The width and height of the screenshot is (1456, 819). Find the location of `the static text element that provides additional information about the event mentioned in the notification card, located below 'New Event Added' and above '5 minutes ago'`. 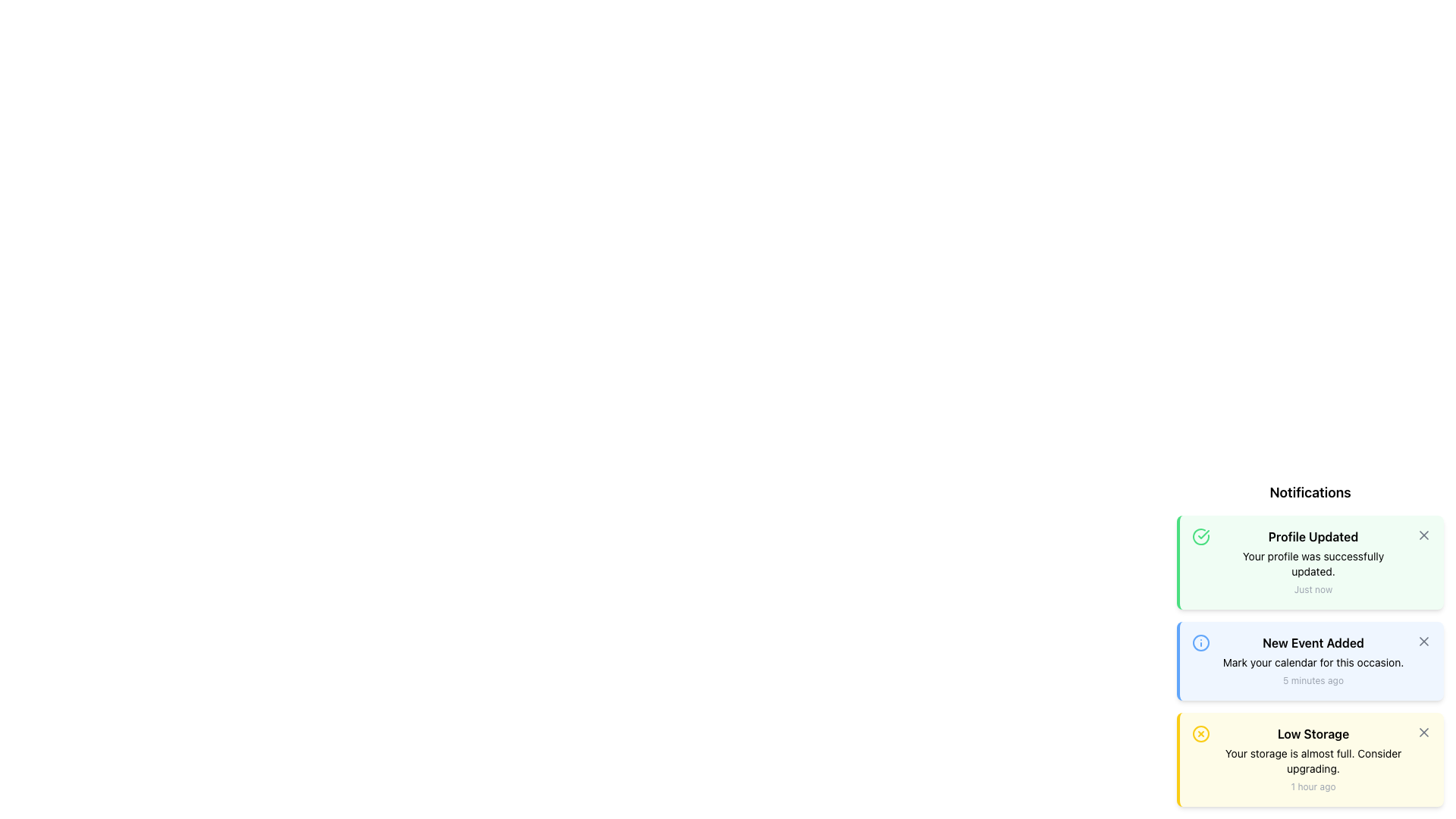

the static text element that provides additional information about the event mentioned in the notification card, located below 'New Event Added' and above '5 minutes ago' is located at coordinates (1313, 662).